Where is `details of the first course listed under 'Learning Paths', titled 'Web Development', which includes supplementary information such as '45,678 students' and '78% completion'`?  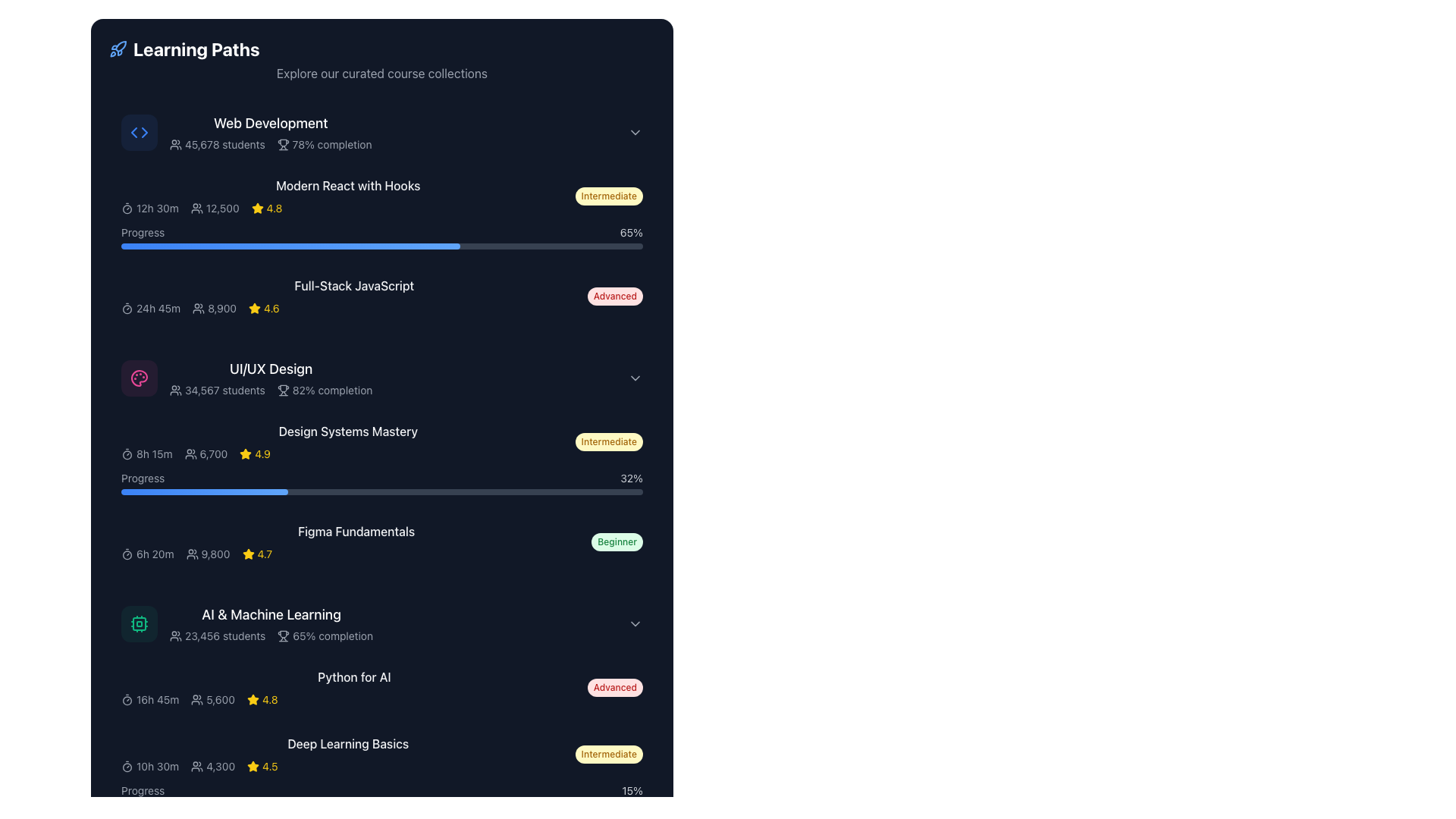
details of the first course listed under 'Learning Paths', titled 'Web Development', which includes supplementary information such as '45,678 students' and '78% completion' is located at coordinates (271, 131).